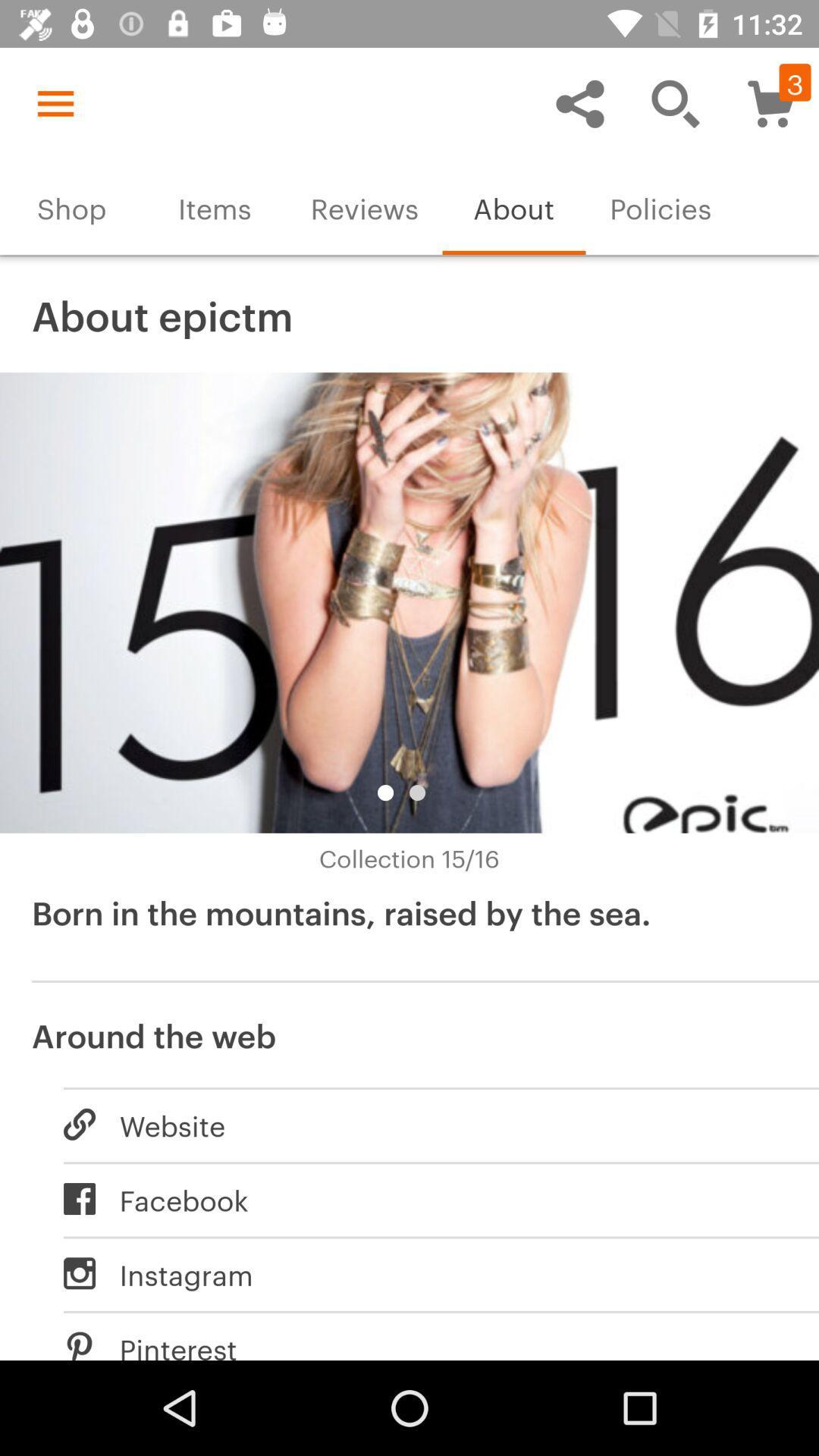 The height and width of the screenshot is (1456, 819). I want to click on the item above the about, so click(579, 102).